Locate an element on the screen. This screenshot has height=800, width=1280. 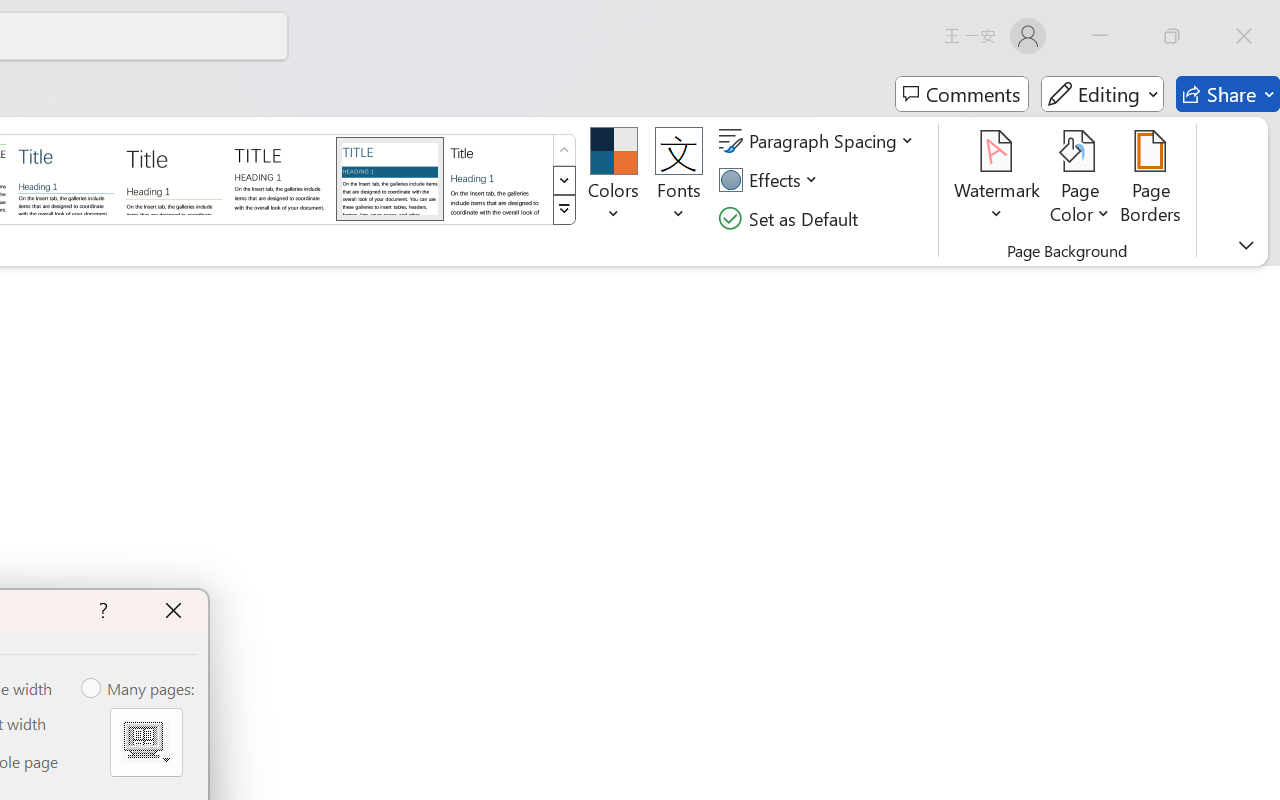
'Colors' is located at coordinates (612, 179).